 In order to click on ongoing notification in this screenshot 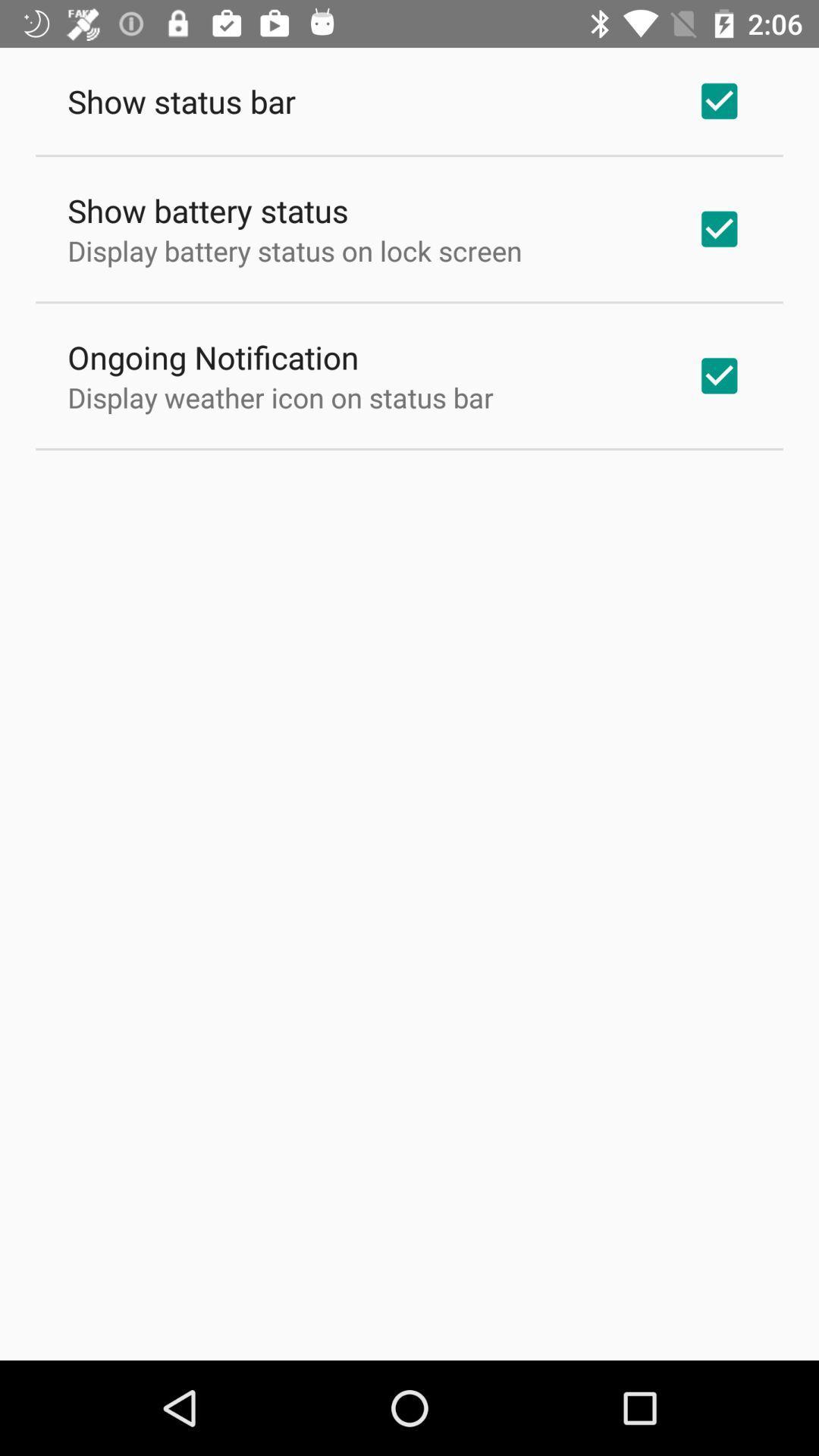, I will do `click(213, 356)`.